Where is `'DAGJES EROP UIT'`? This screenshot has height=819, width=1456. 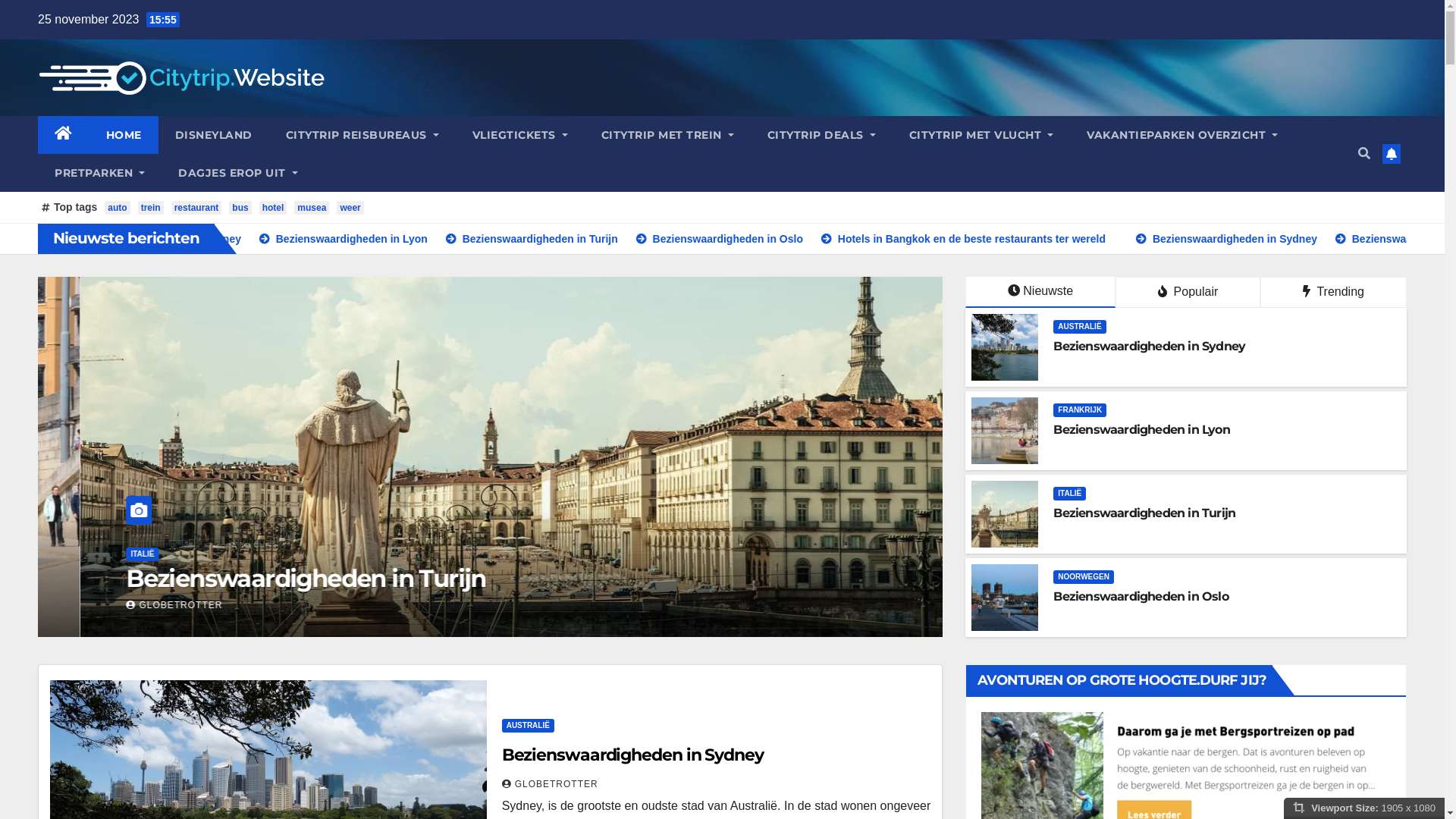 'DAGJES EROP UIT' is located at coordinates (237, 171).